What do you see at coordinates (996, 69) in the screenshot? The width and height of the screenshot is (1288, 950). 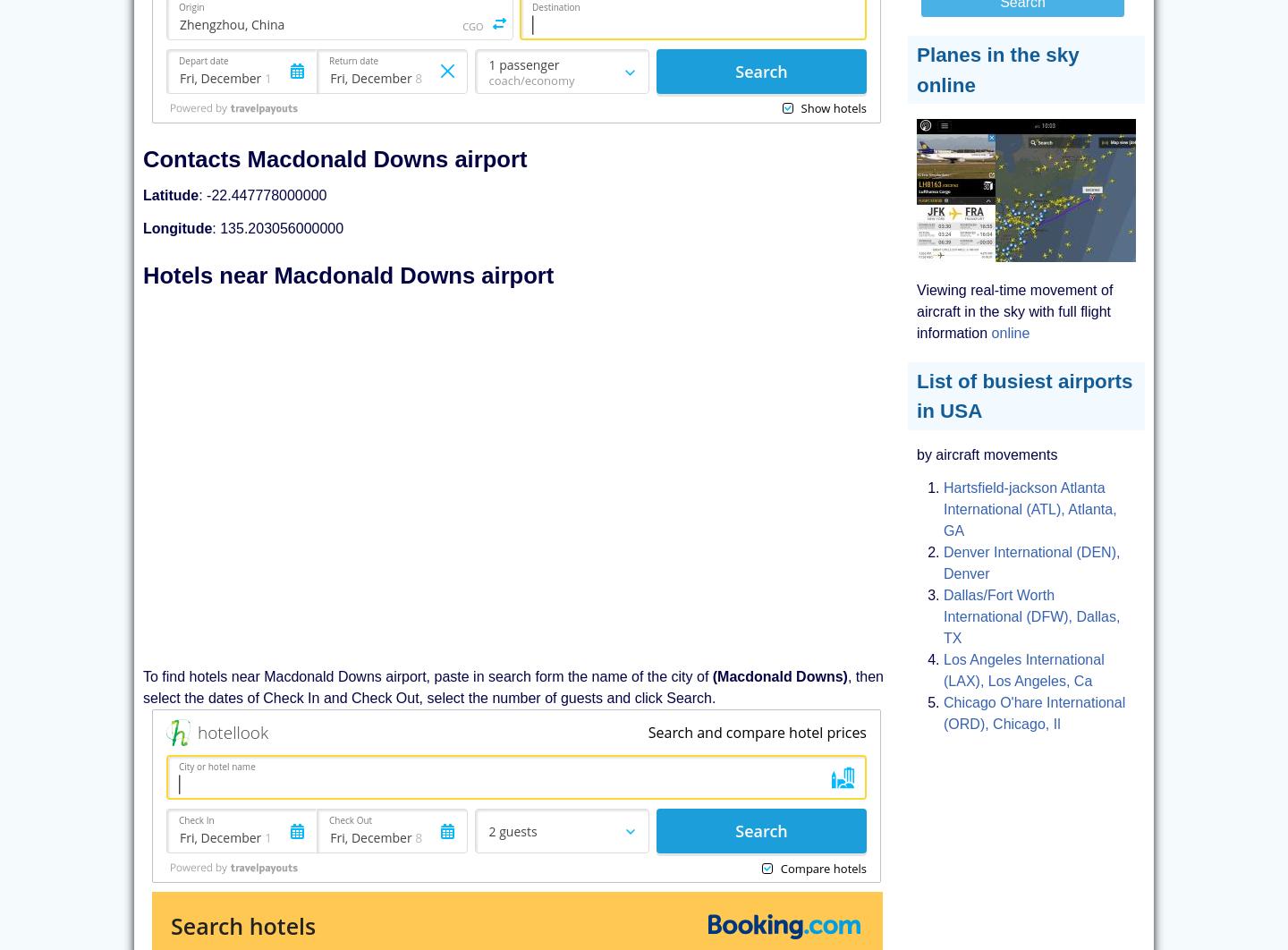 I see `'Planes in the sky online'` at bounding box center [996, 69].